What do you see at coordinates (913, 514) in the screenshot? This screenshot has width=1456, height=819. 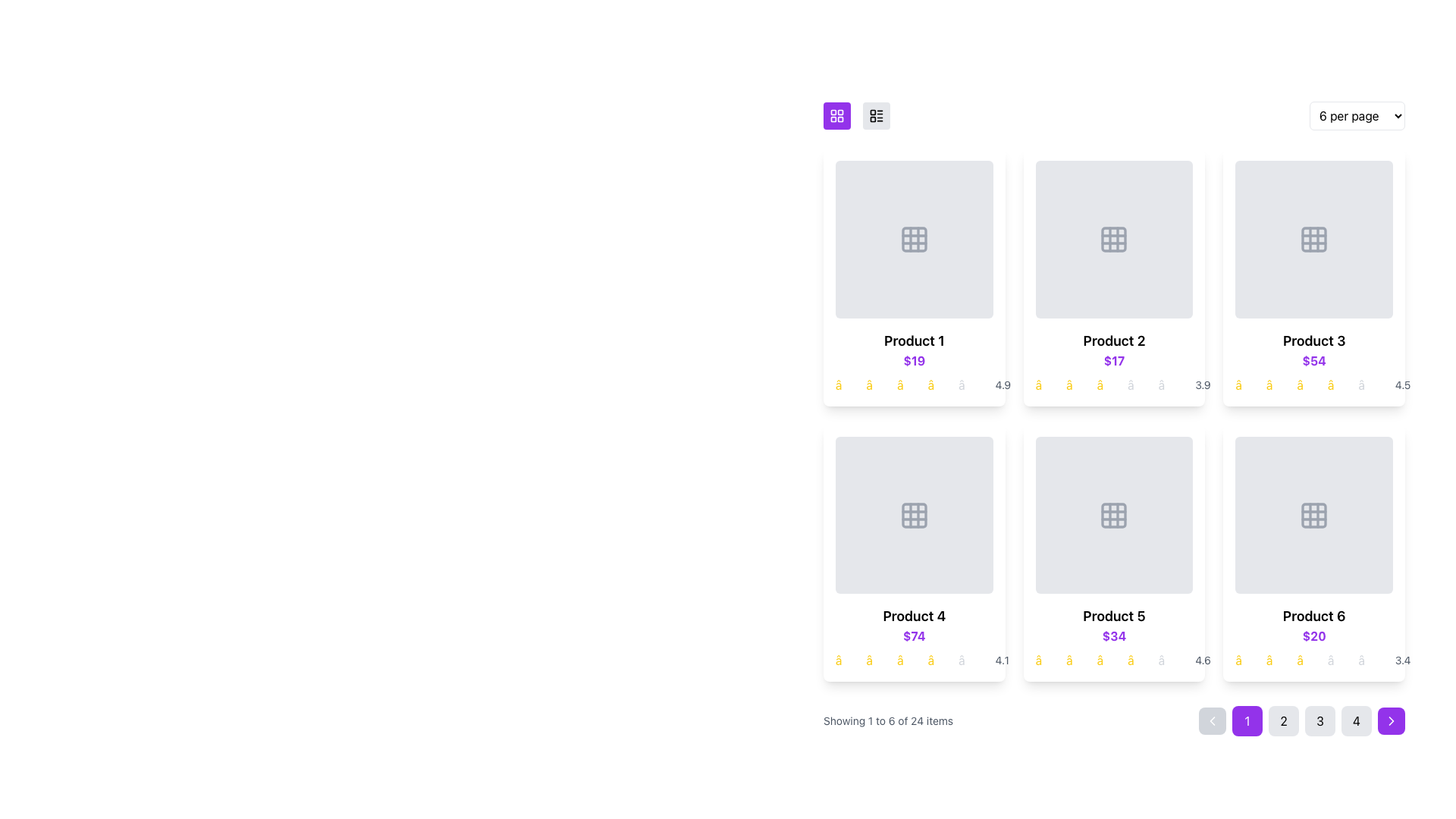 I see `the grid icon representing 'Product 4' located in the lower-left corner of the grid` at bounding box center [913, 514].